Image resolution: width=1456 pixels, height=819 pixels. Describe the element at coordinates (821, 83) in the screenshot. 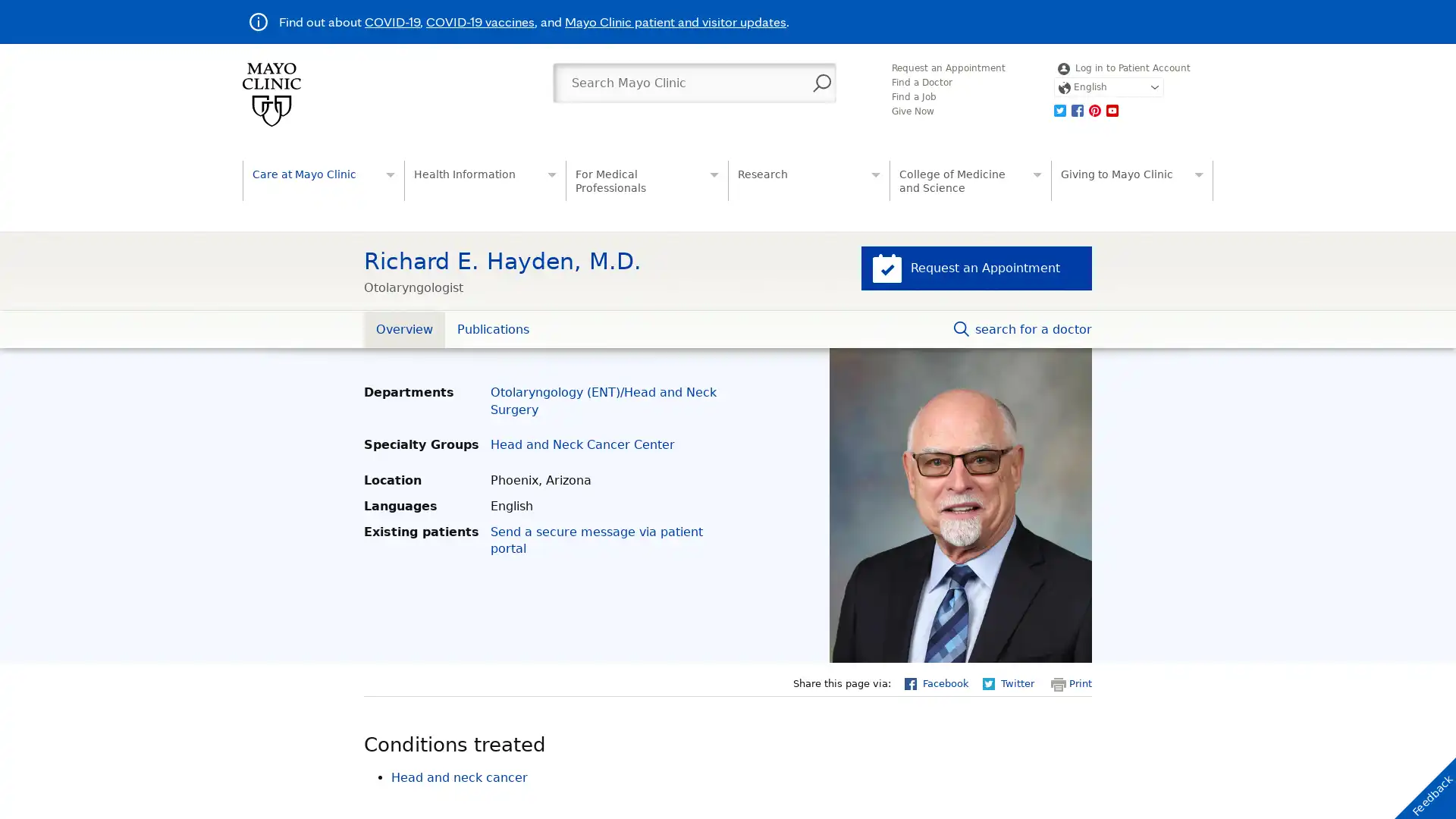

I see `Search` at that location.